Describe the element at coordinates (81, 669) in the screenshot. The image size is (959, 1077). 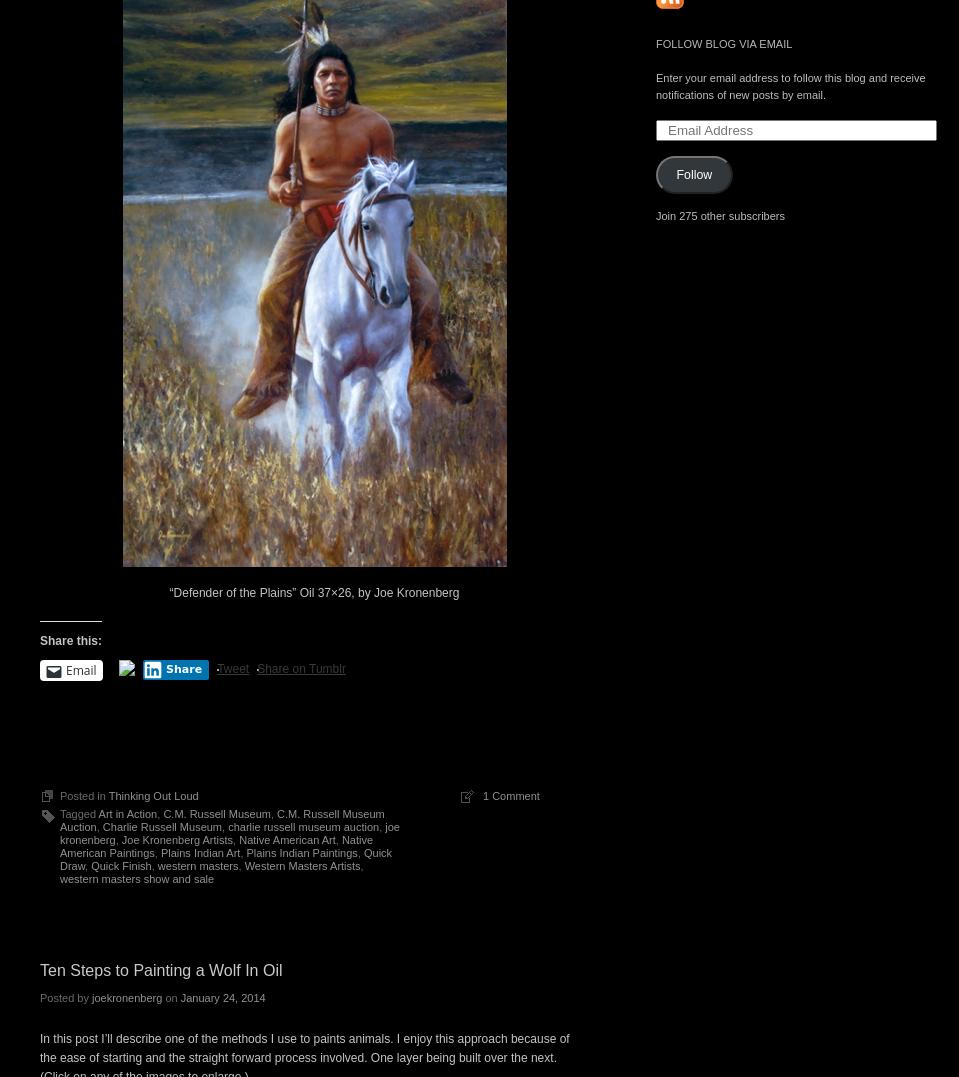
I see `'Email'` at that location.